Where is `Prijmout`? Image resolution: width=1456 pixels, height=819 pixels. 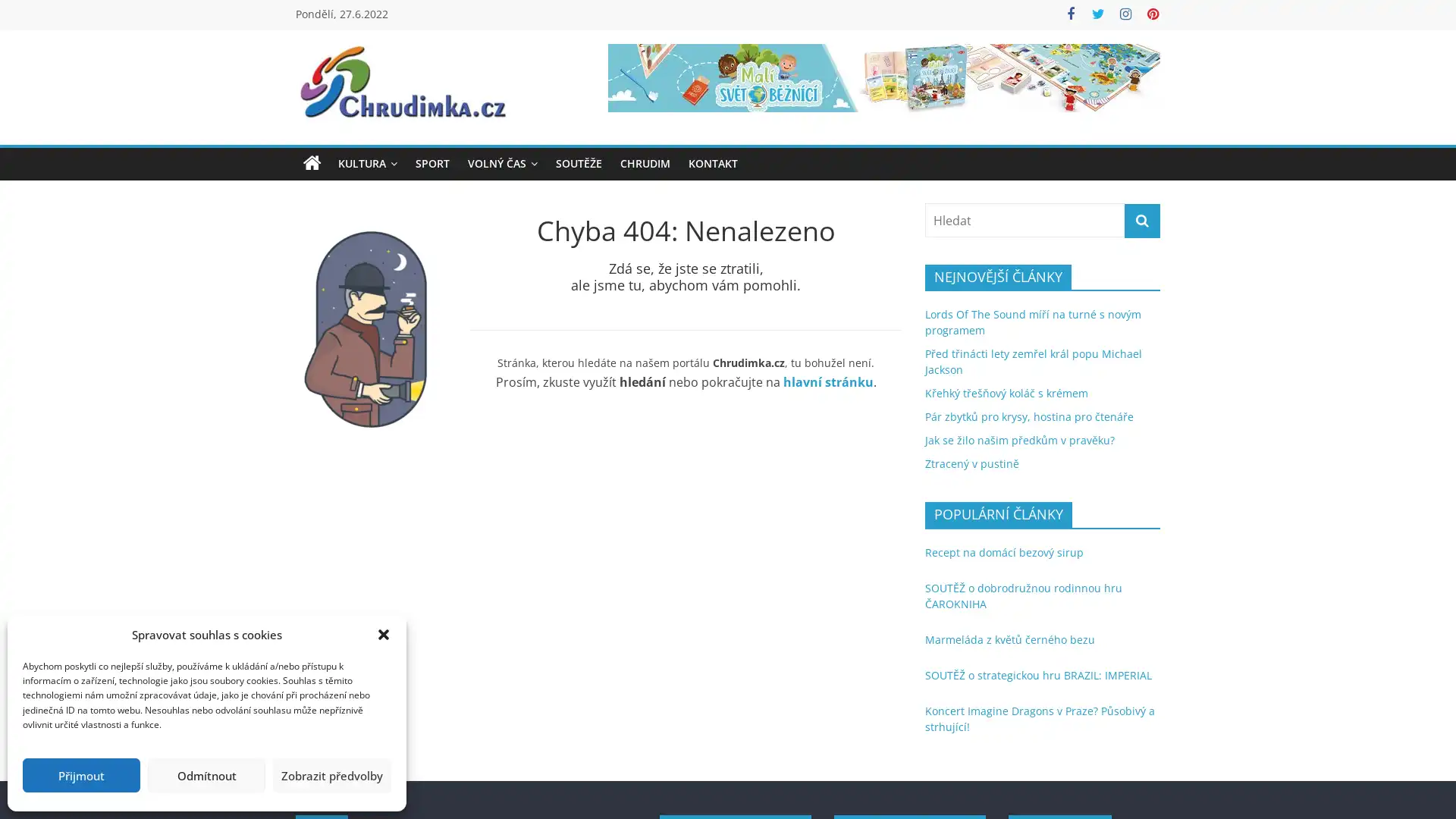
Prijmout is located at coordinates (80, 775).